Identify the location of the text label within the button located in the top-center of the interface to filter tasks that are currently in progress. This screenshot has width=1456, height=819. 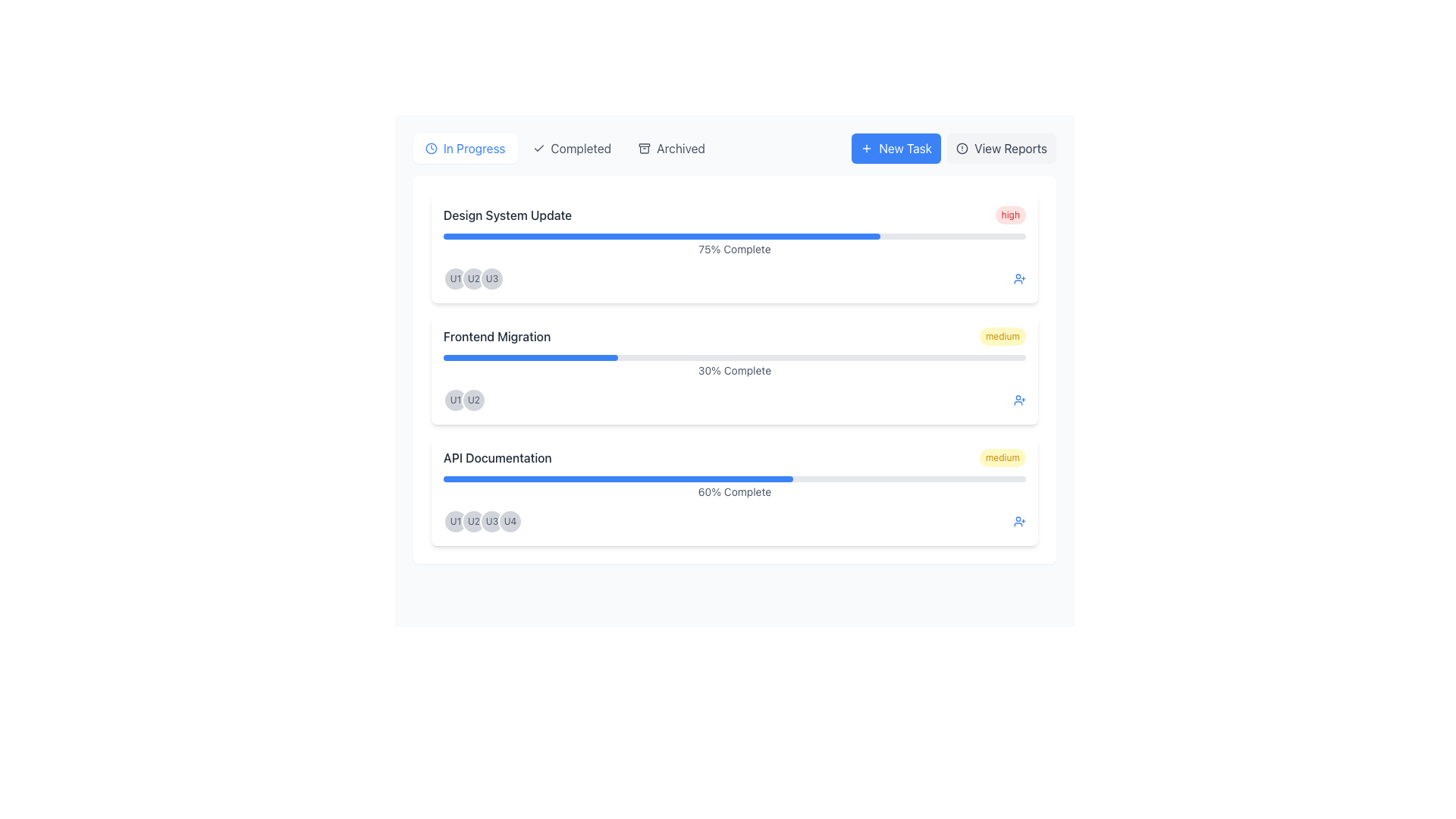
(473, 149).